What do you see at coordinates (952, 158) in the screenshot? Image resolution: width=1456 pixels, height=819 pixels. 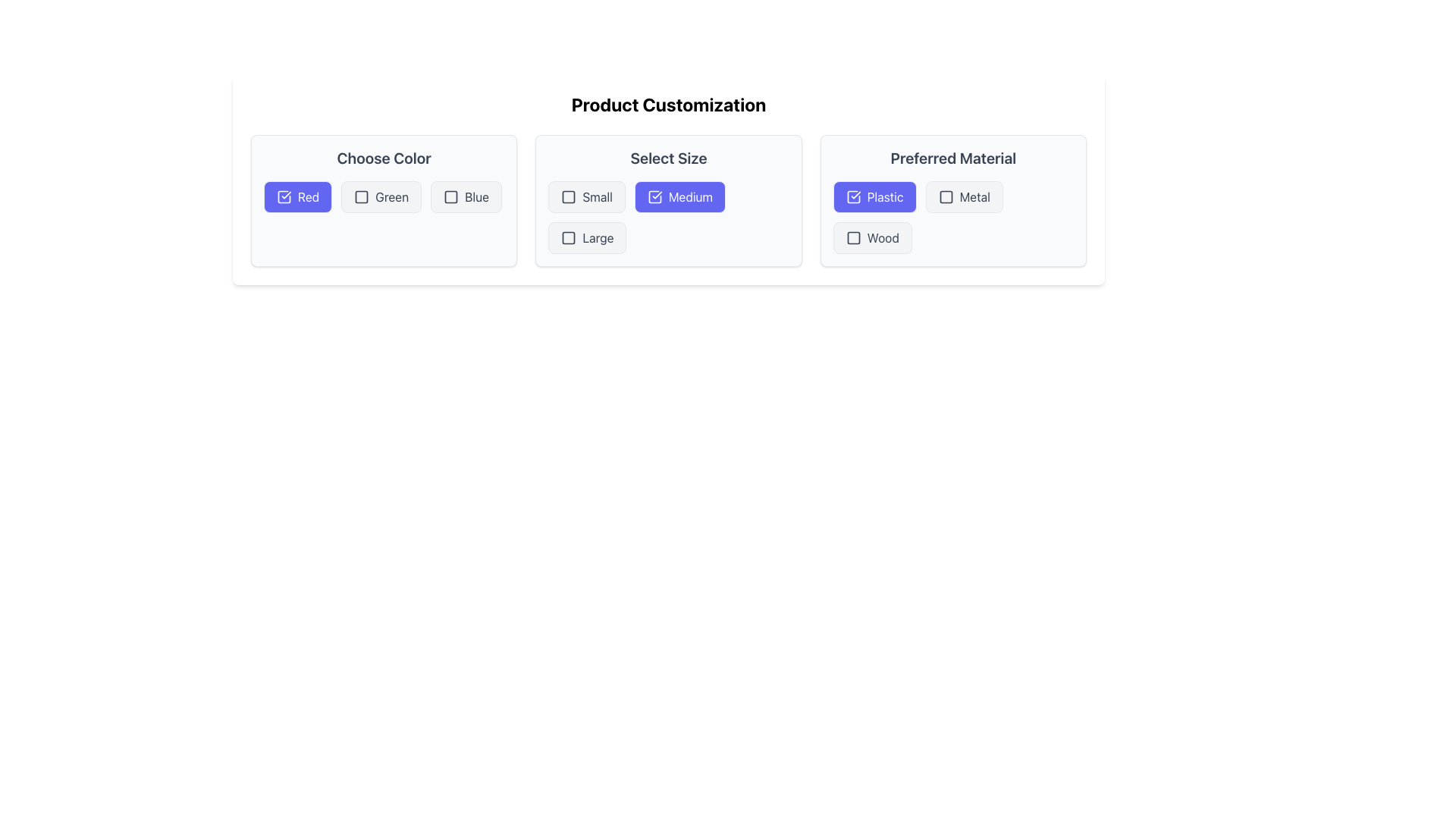 I see `the 'Preferred Material' label, which is located at the top of the rightmost card in a three-card layout` at bounding box center [952, 158].